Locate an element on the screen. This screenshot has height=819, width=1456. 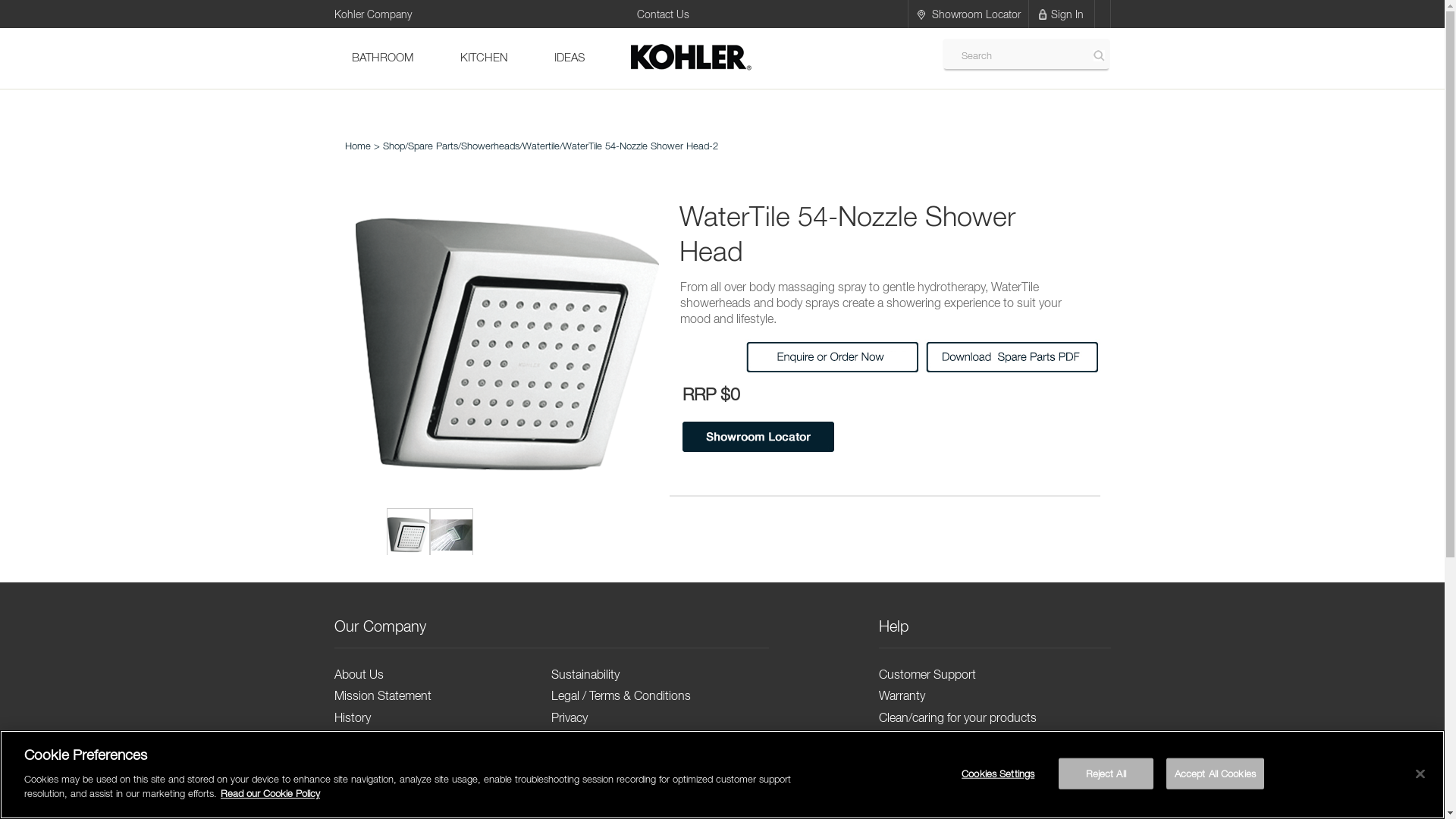
'History' is located at coordinates (351, 717).